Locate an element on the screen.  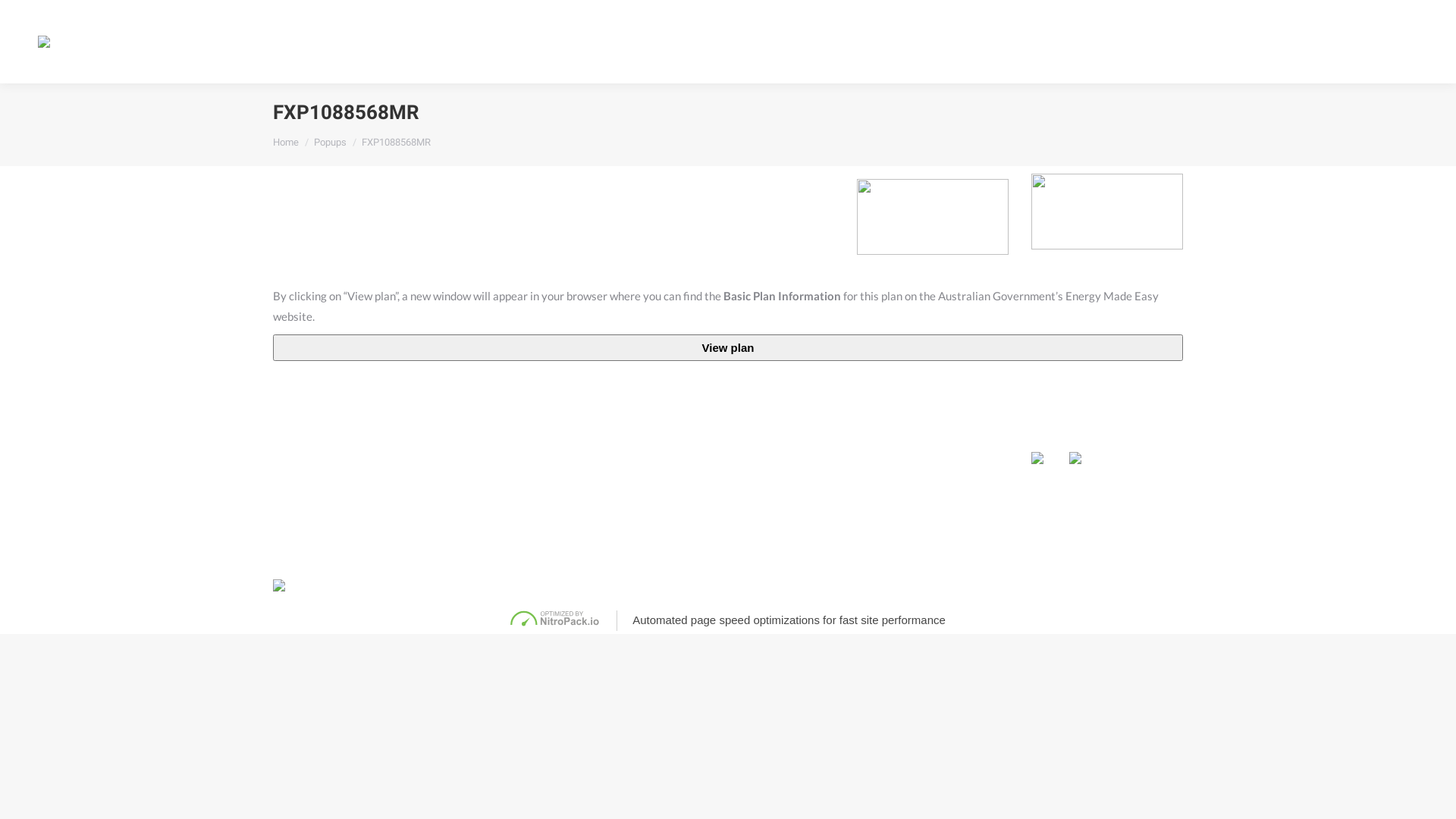
'Help Center' is located at coordinates (1123, 40).